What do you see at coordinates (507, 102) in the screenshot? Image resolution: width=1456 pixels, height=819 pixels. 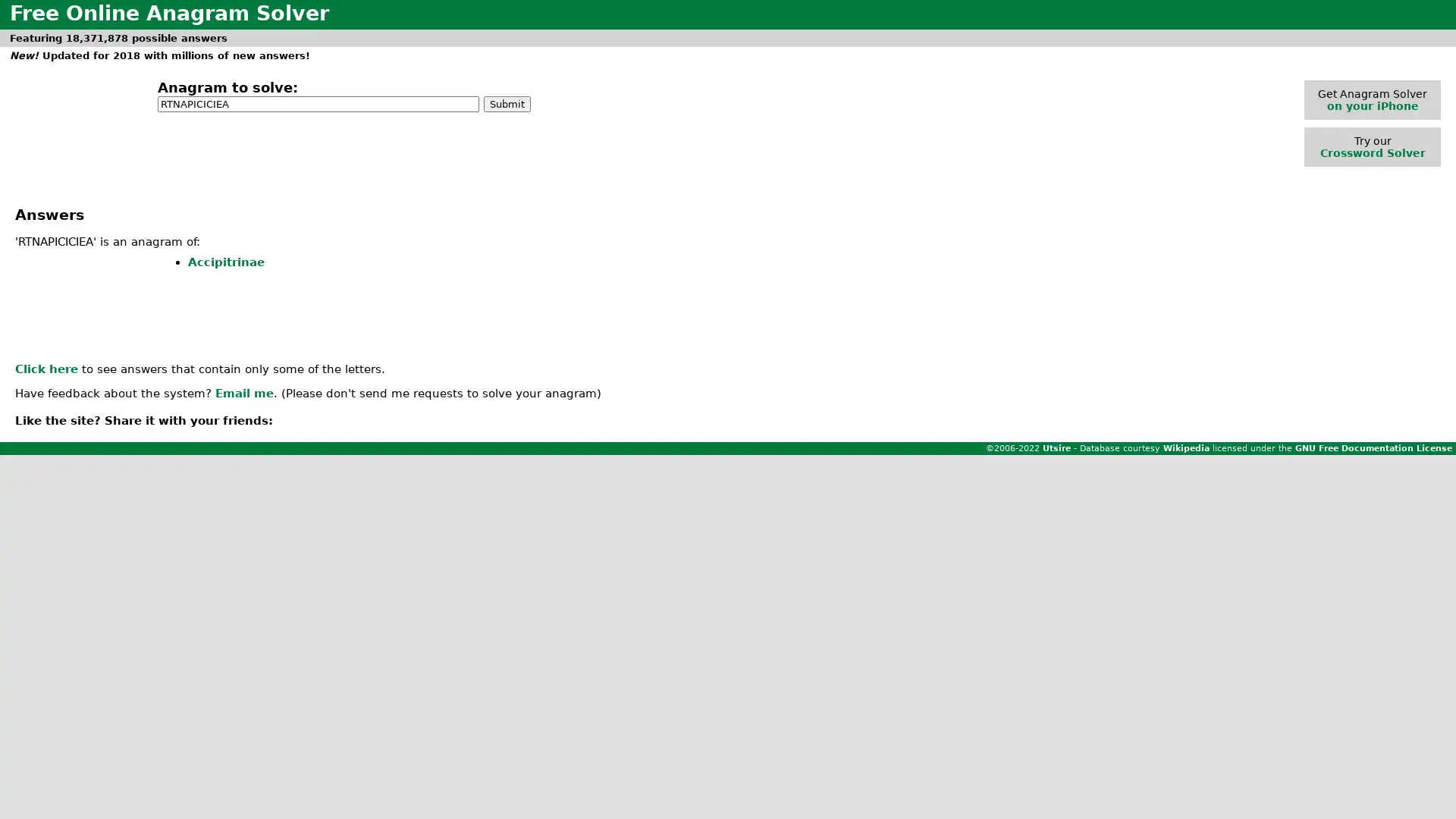 I see `Submit` at bounding box center [507, 102].